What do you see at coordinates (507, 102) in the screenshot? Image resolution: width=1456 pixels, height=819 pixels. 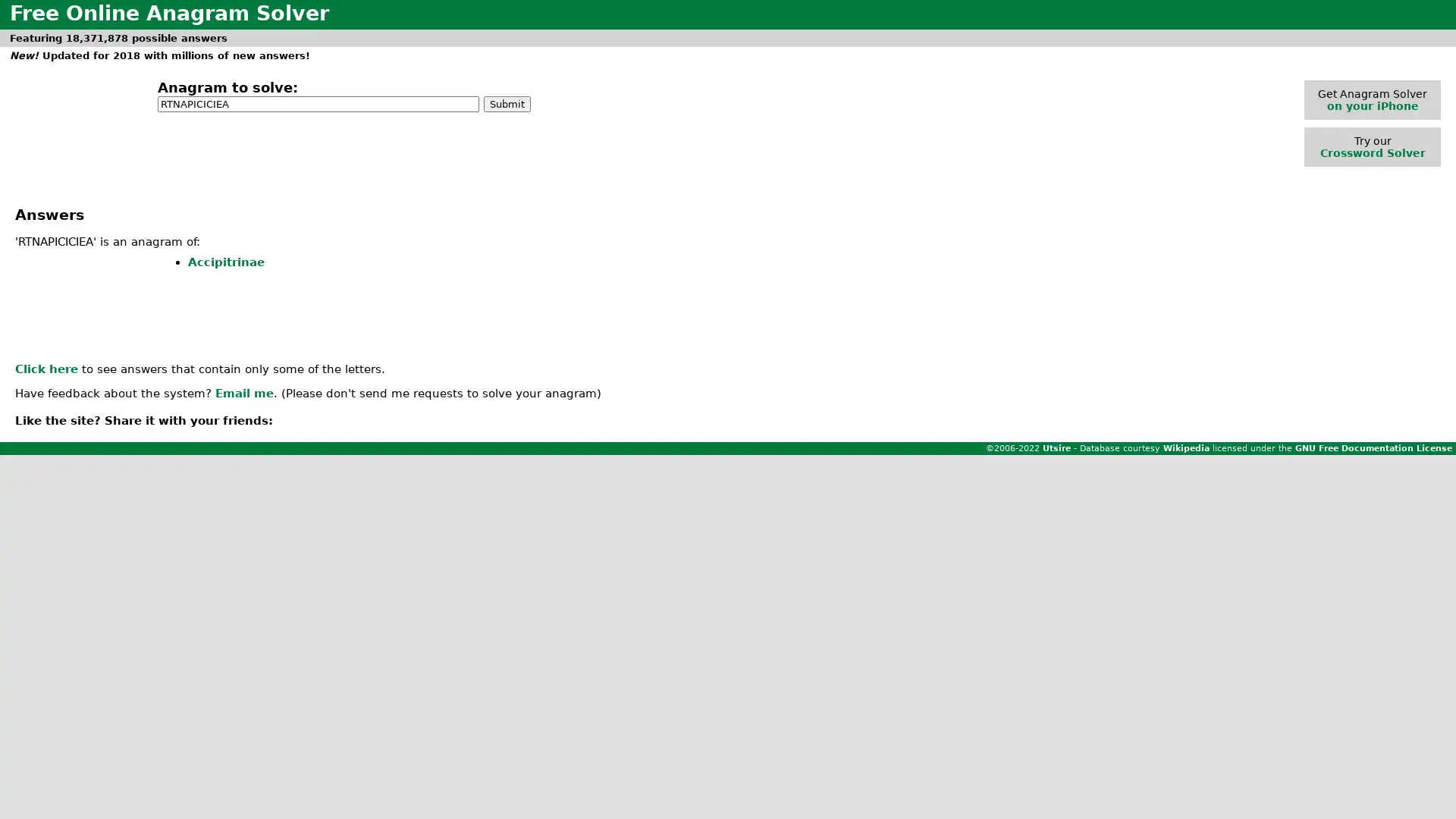 I see `Submit` at bounding box center [507, 102].